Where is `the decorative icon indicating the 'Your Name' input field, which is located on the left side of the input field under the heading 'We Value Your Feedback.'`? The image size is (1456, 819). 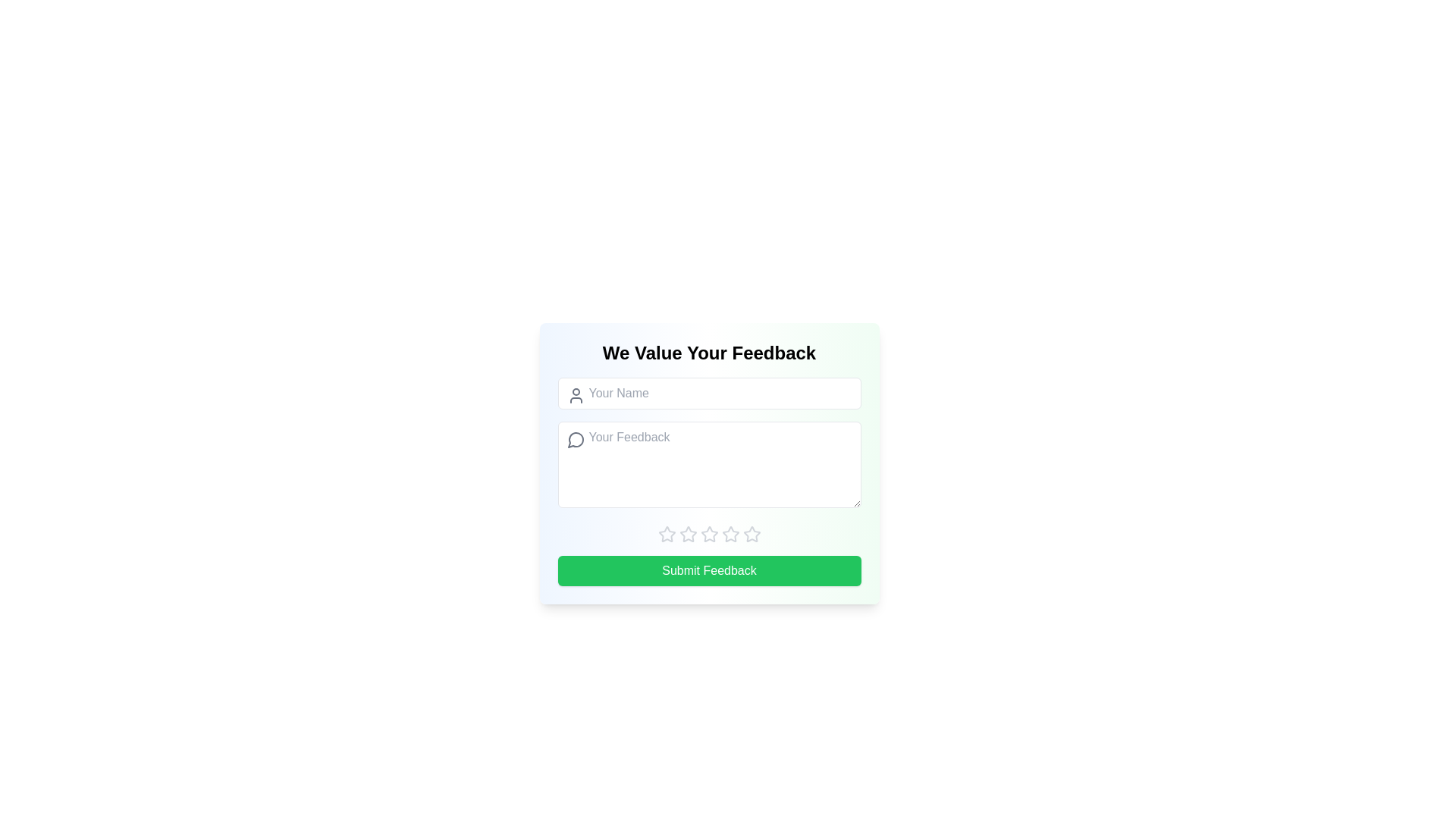 the decorative icon indicating the 'Your Name' input field, which is located on the left side of the input field under the heading 'We Value Your Feedback.' is located at coordinates (575, 394).